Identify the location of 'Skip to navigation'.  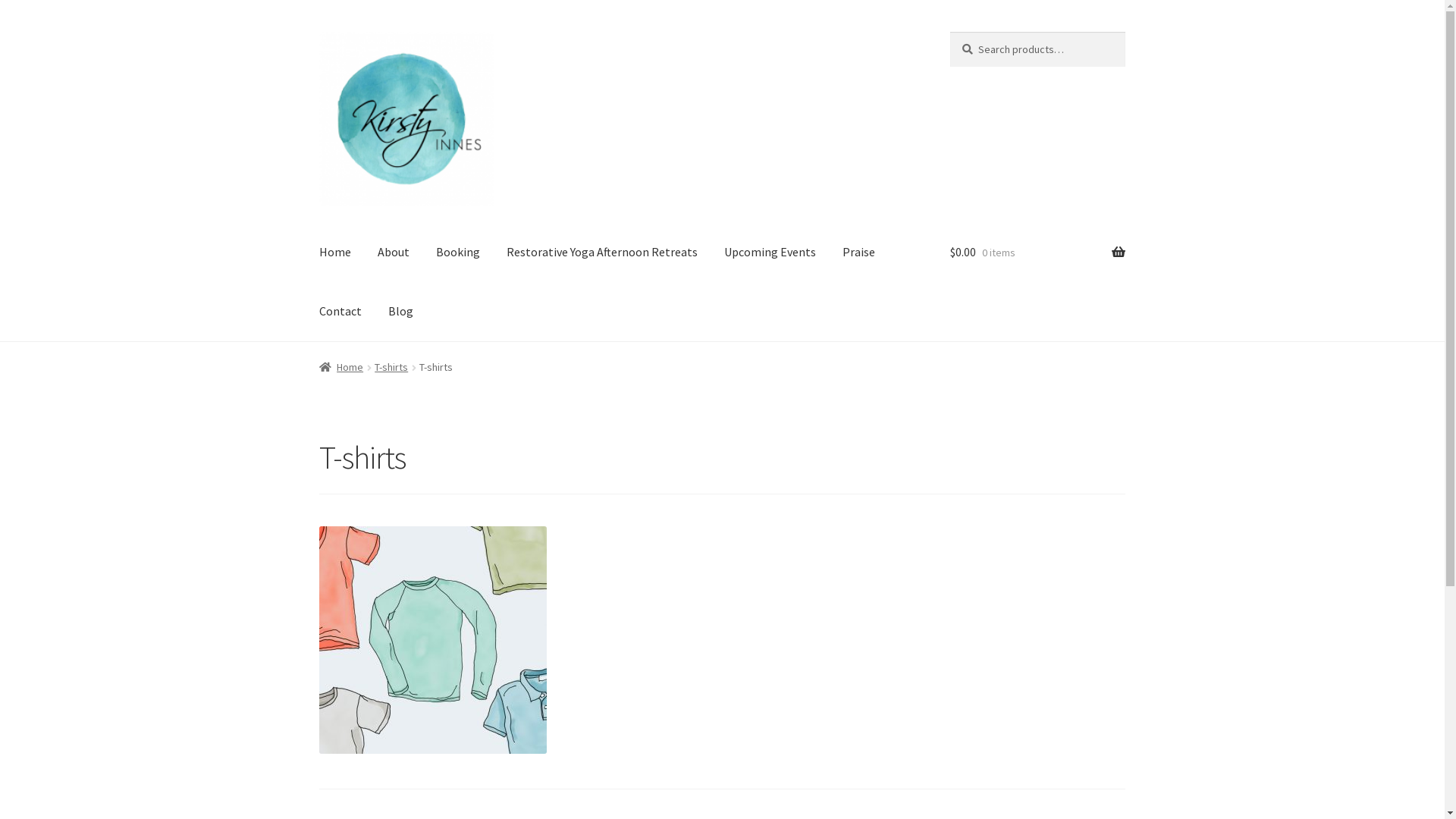
(318, 31).